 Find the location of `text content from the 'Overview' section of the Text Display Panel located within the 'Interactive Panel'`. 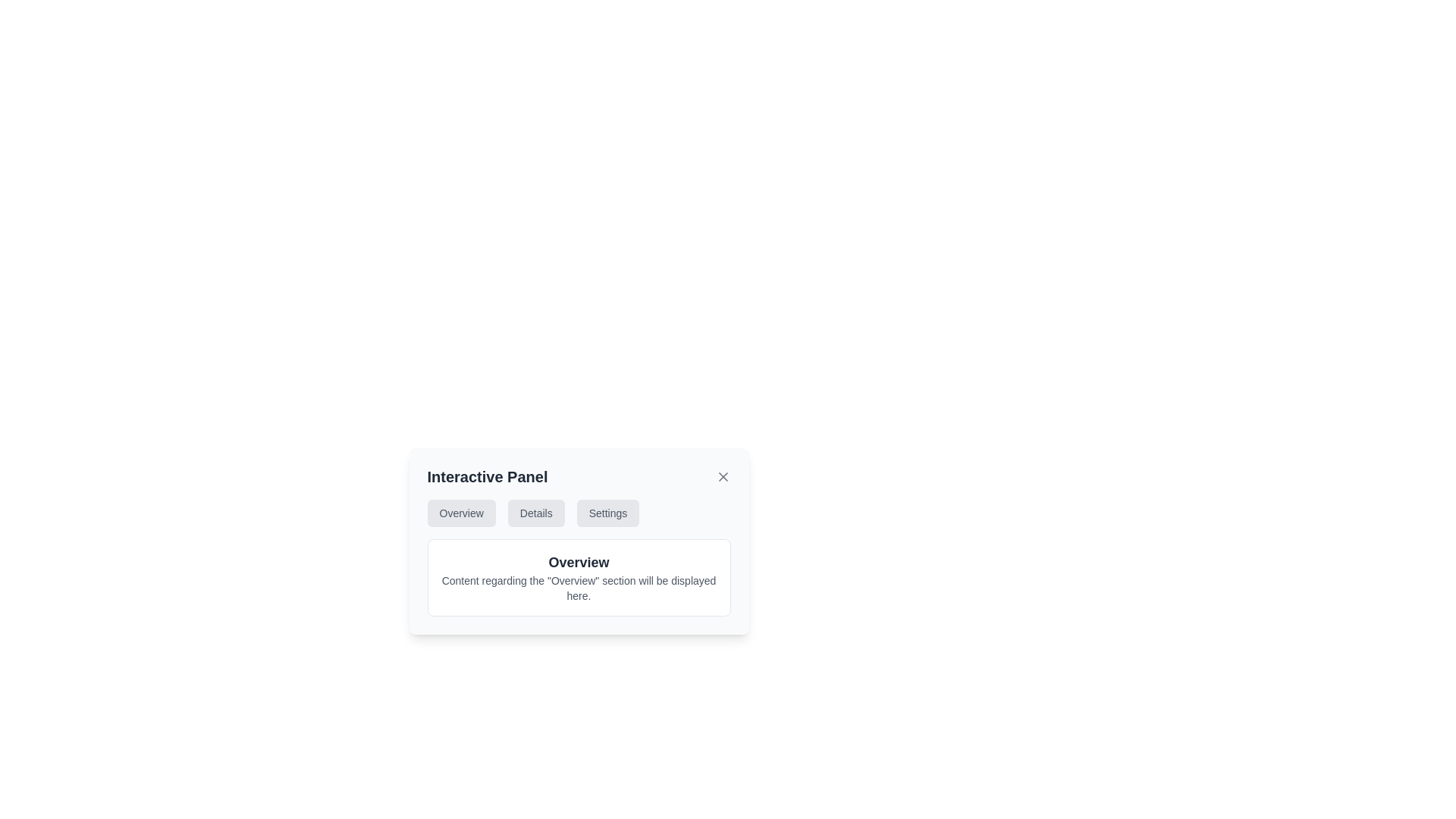

text content from the 'Overview' section of the Text Display Panel located within the 'Interactive Panel' is located at coordinates (578, 558).